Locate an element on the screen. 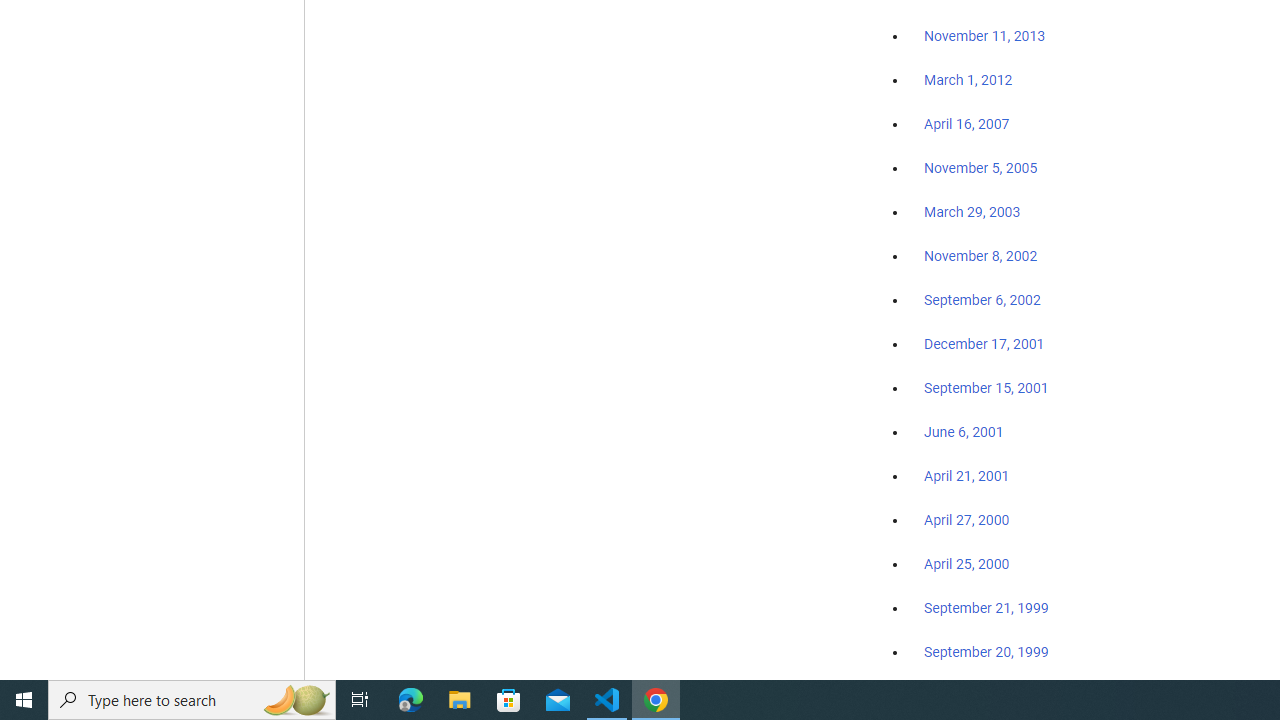 The width and height of the screenshot is (1280, 720). 'November 8, 2002' is located at coordinates (981, 255).